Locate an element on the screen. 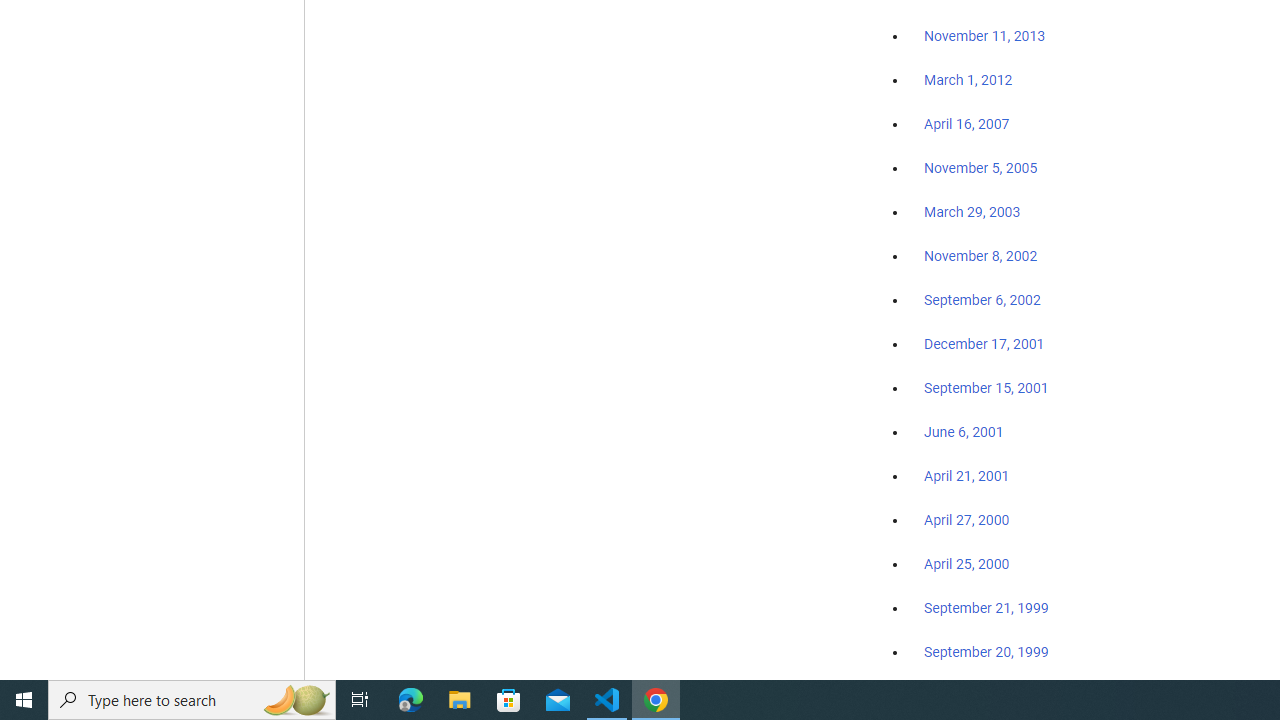 The width and height of the screenshot is (1280, 720). 'November 8, 2002' is located at coordinates (981, 255).